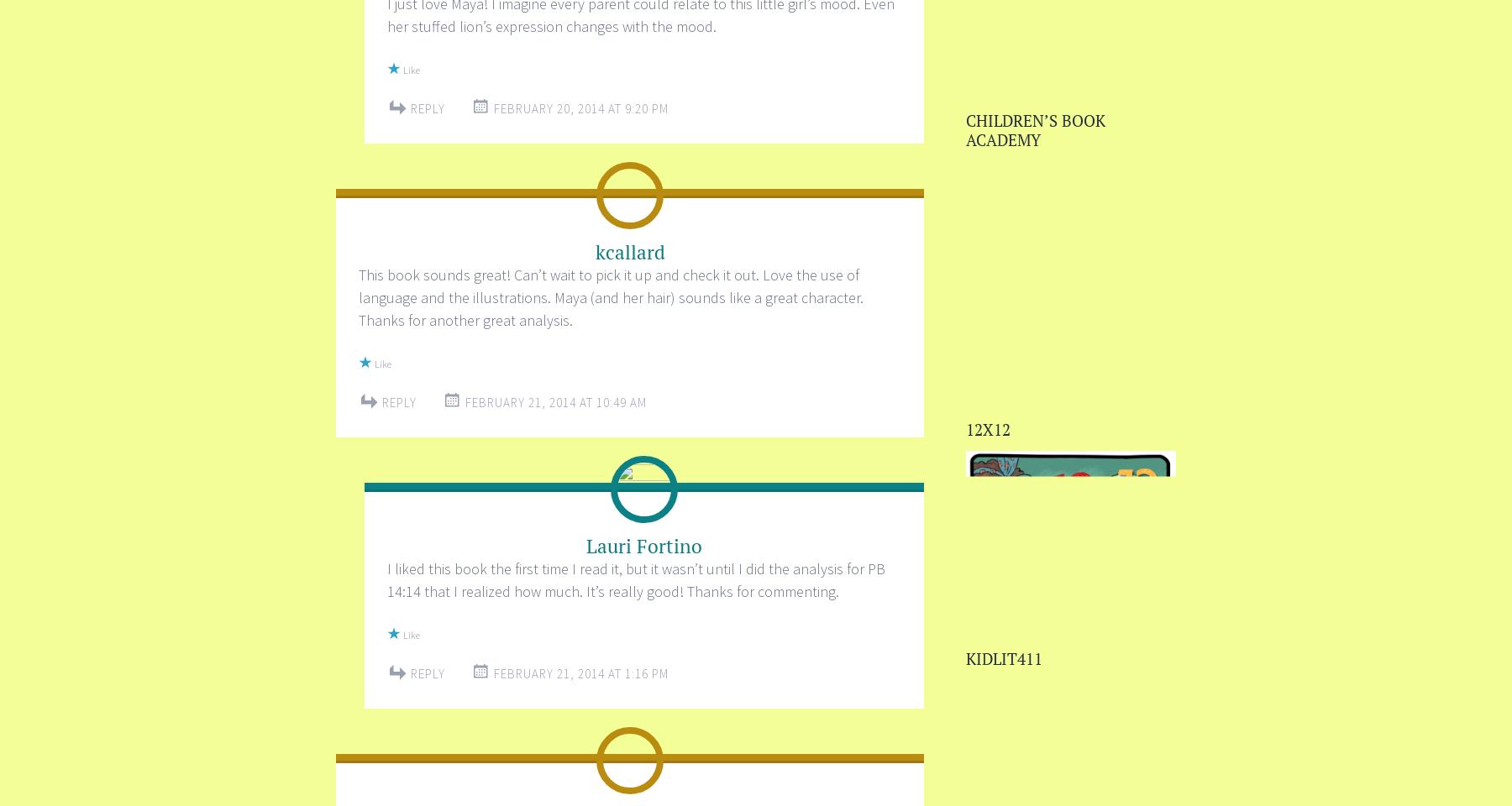 Image resolution: width=1512 pixels, height=806 pixels. Describe the element at coordinates (580, 107) in the screenshot. I see `'February 20, 2014 at 9:20 PM'` at that location.